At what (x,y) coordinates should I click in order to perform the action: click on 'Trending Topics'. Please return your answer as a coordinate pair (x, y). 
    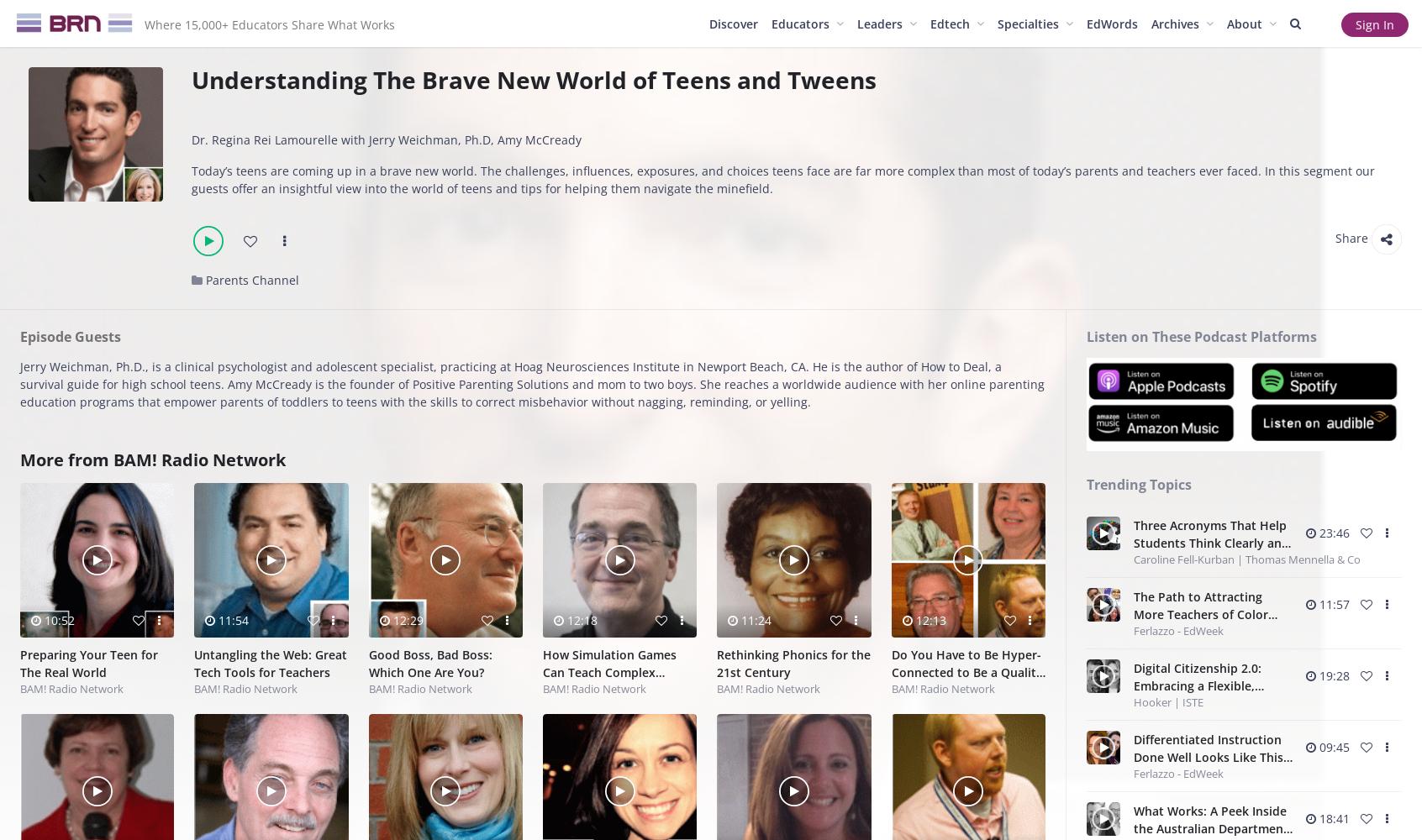
    Looking at the image, I should click on (1139, 484).